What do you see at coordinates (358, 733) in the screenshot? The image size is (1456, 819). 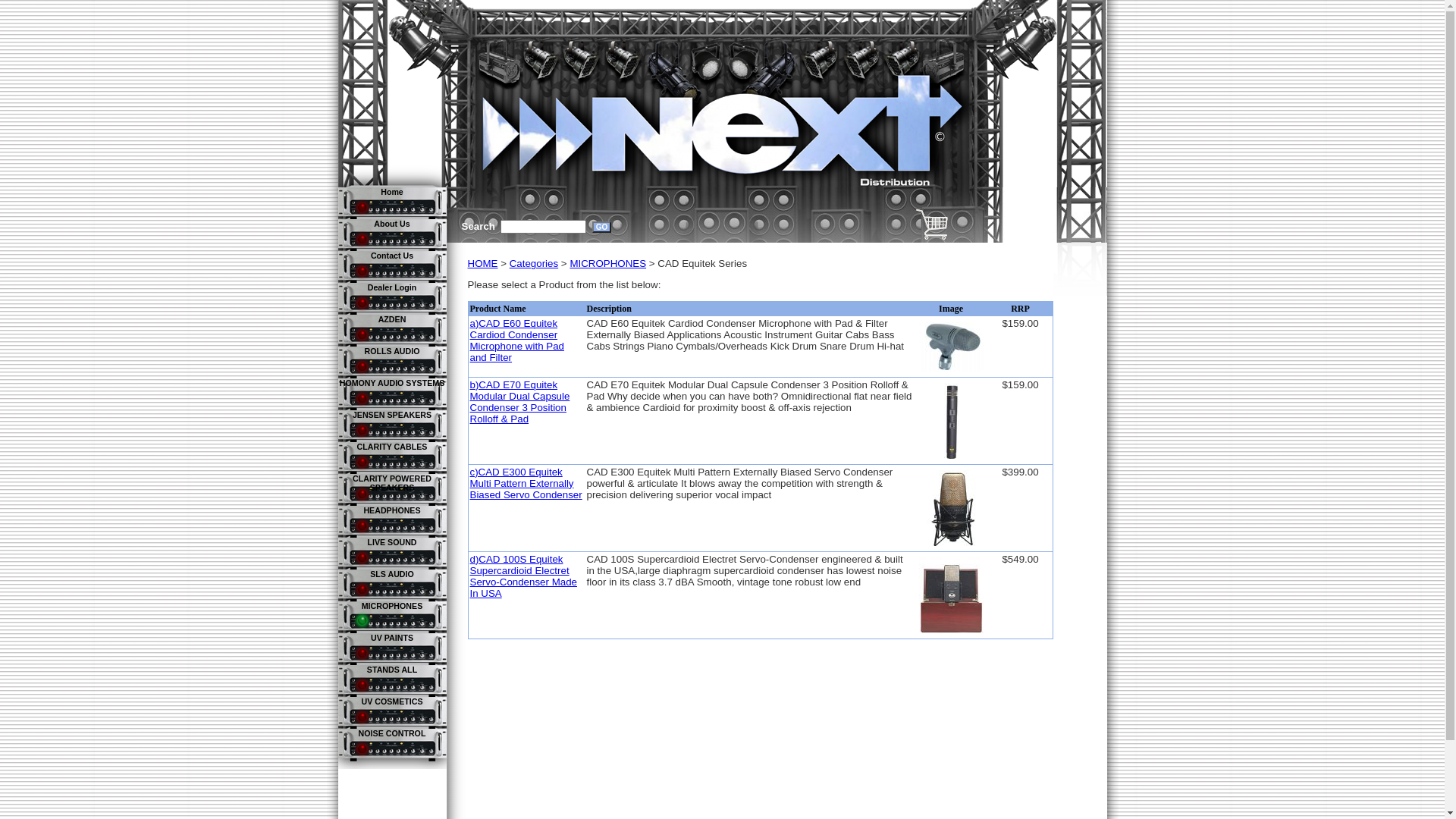 I see `'NOISE CONTROL'` at bounding box center [358, 733].